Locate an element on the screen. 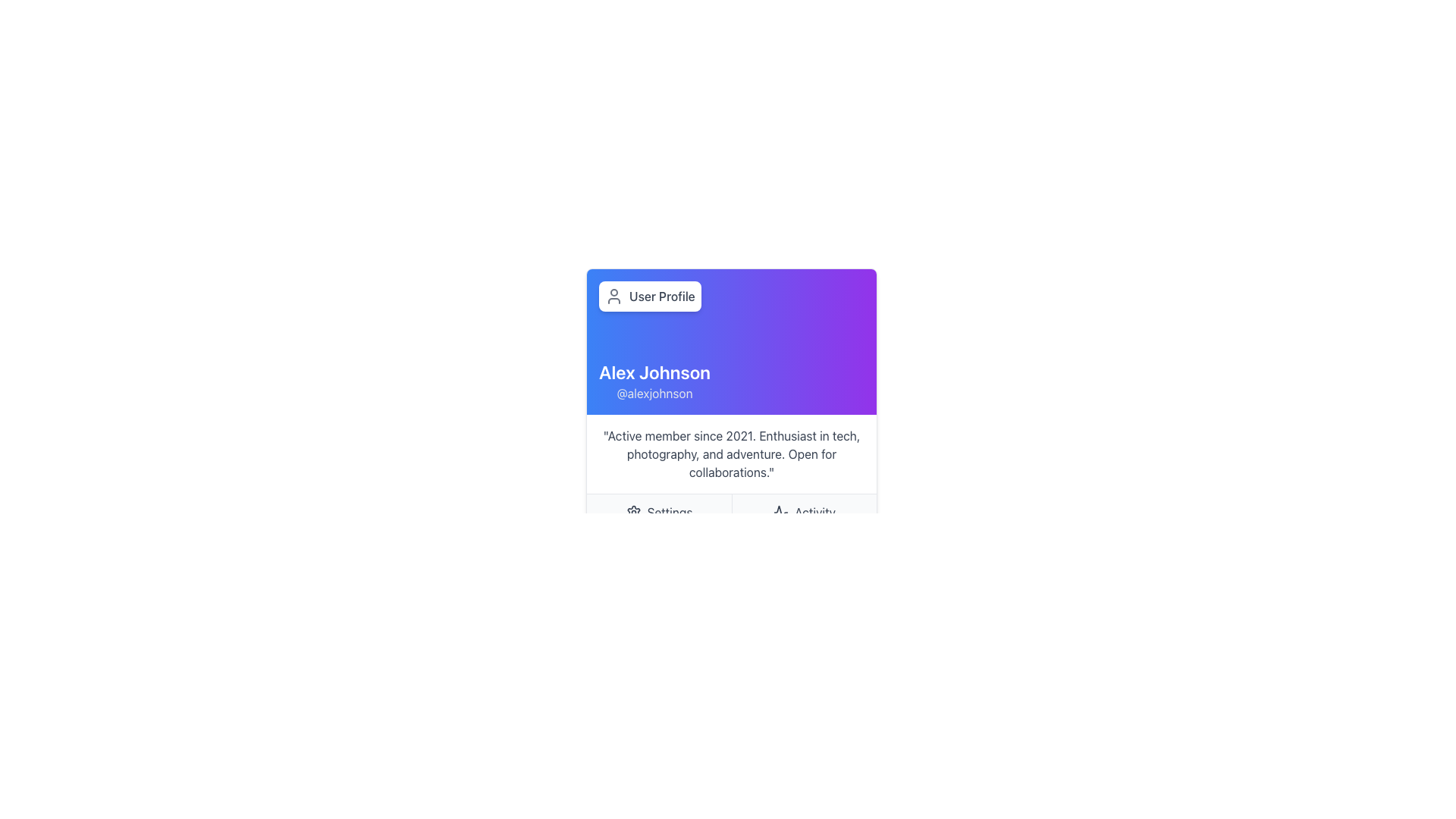  the navigational button located in the lower section of the interface is located at coordinates (659, 512).